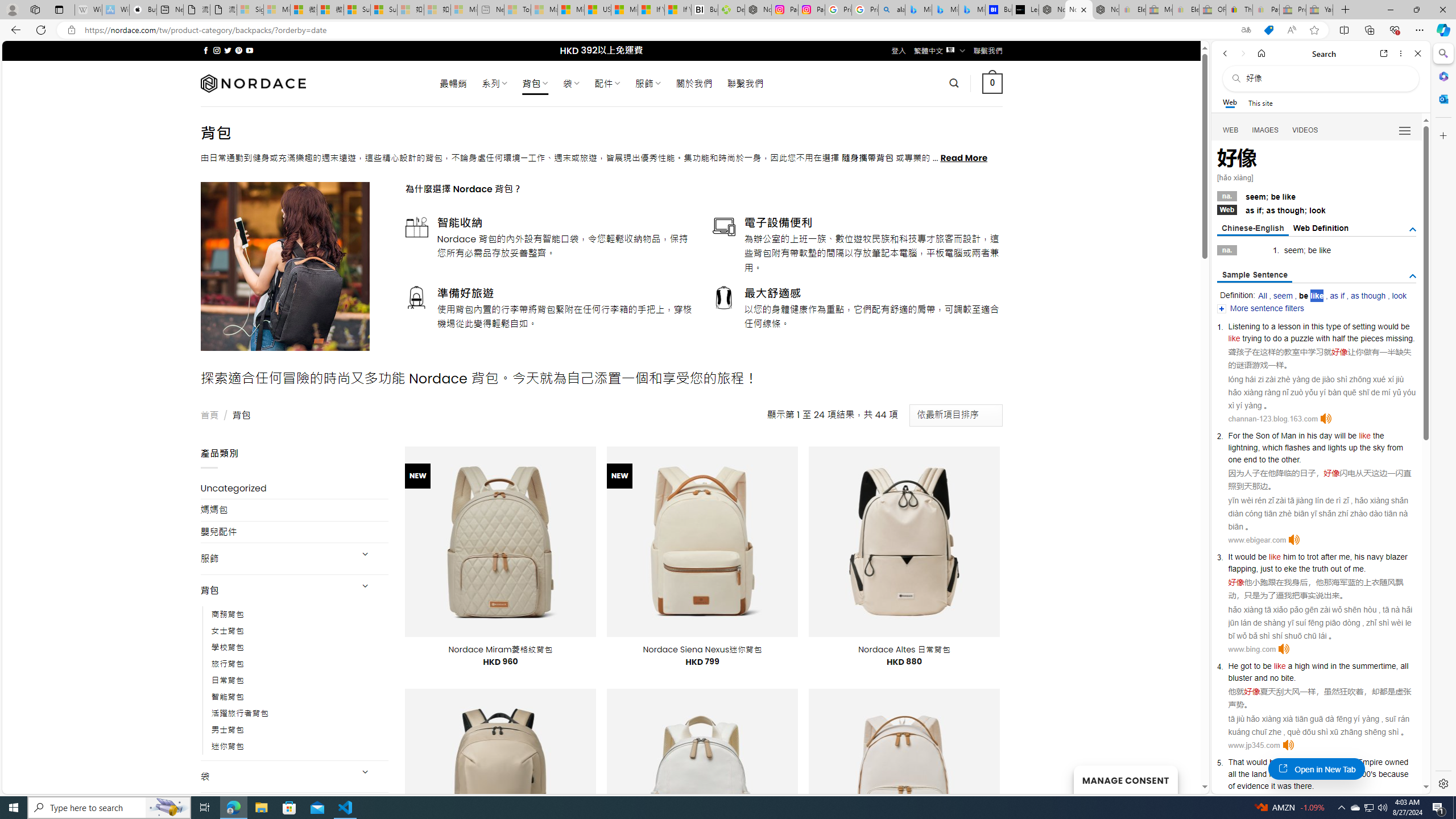 Image resolution: width=1456 pixels, height=819 pixels. I want to click on 'channan-123.blog.163.com', so click(1272, 418).